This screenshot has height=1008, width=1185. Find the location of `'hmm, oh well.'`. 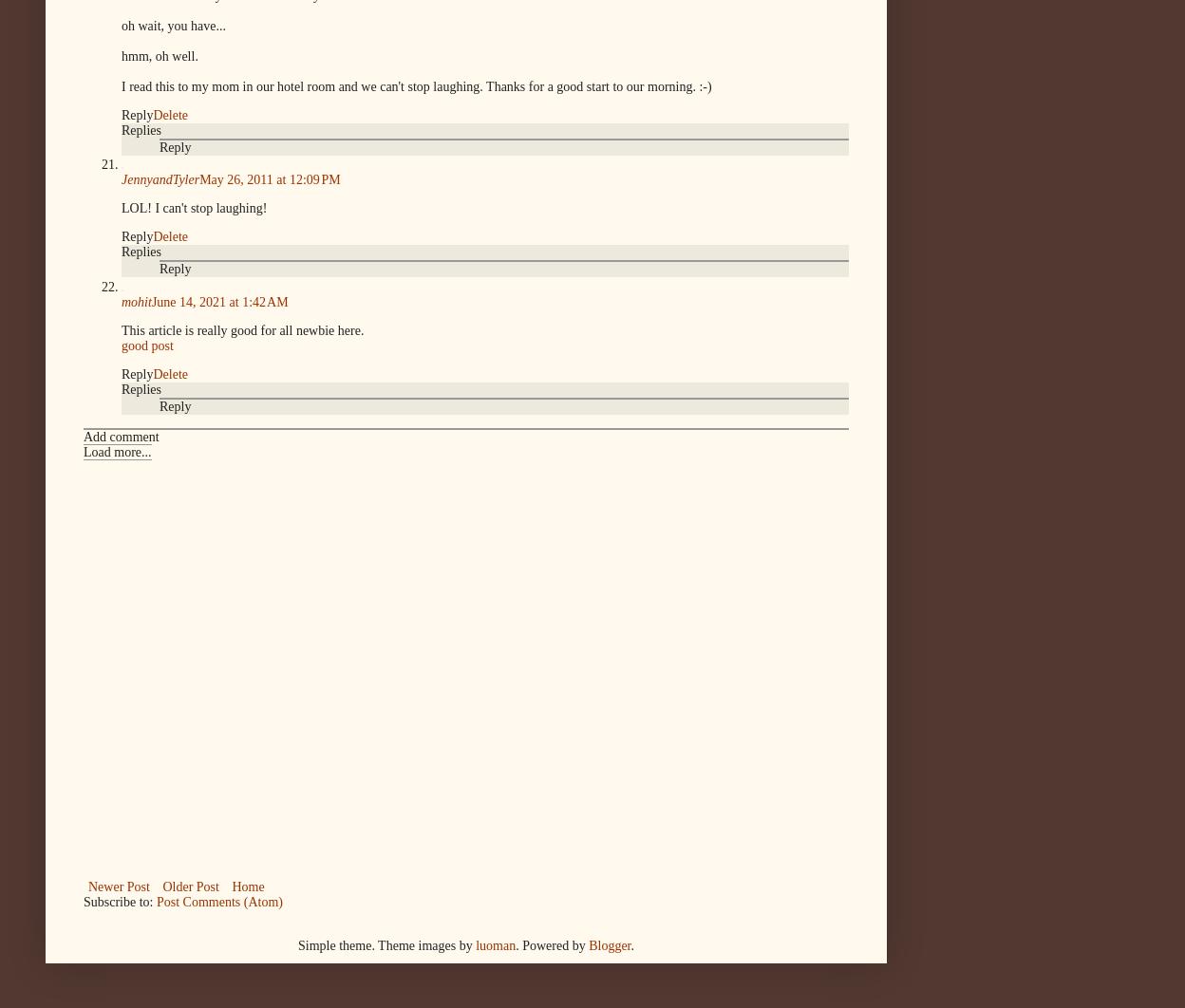

'hmm, oh well.' is located at coordinates (122, 55).